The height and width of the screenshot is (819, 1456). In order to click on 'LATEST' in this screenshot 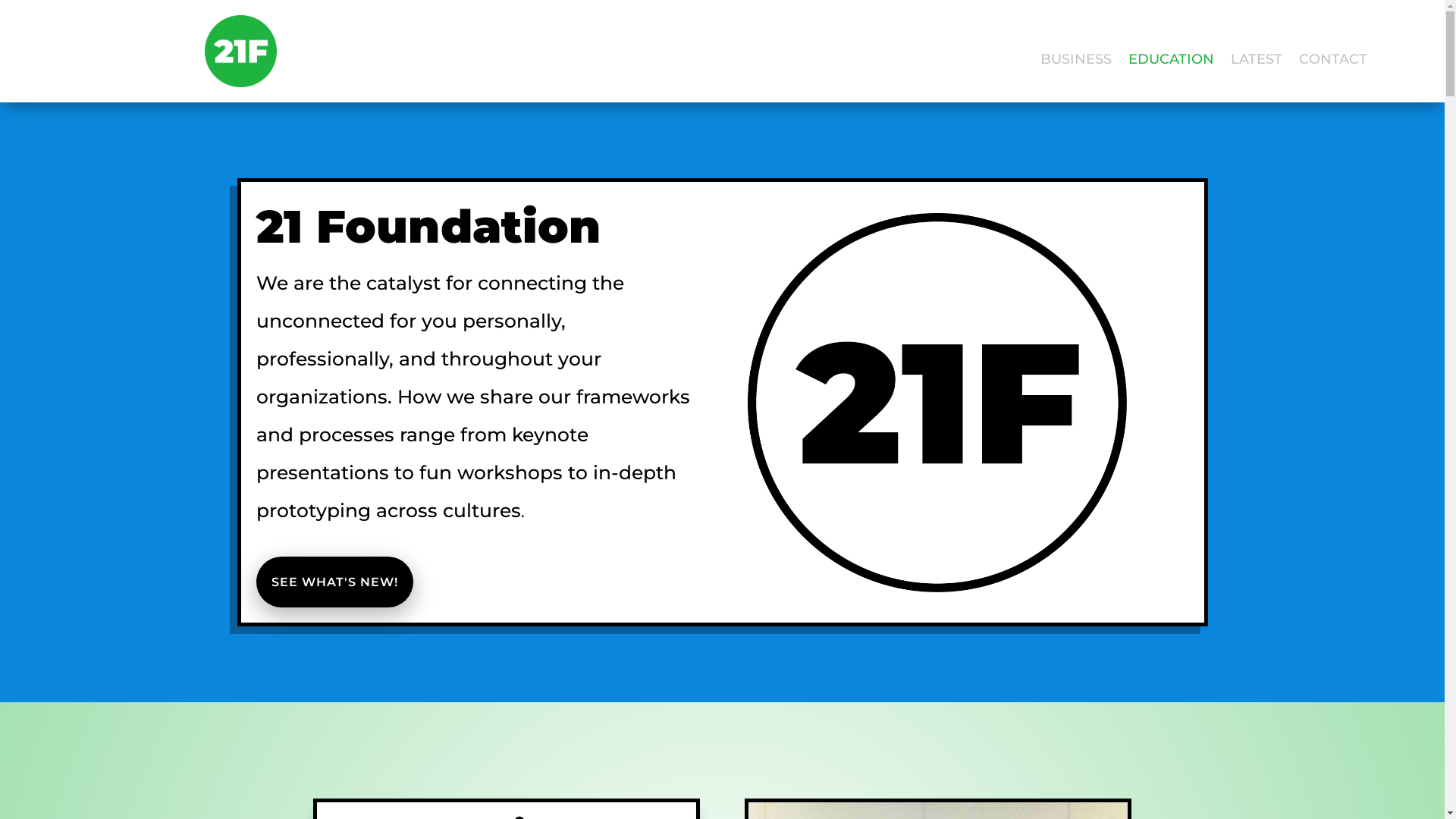, I will do `click(1256, 61)`.